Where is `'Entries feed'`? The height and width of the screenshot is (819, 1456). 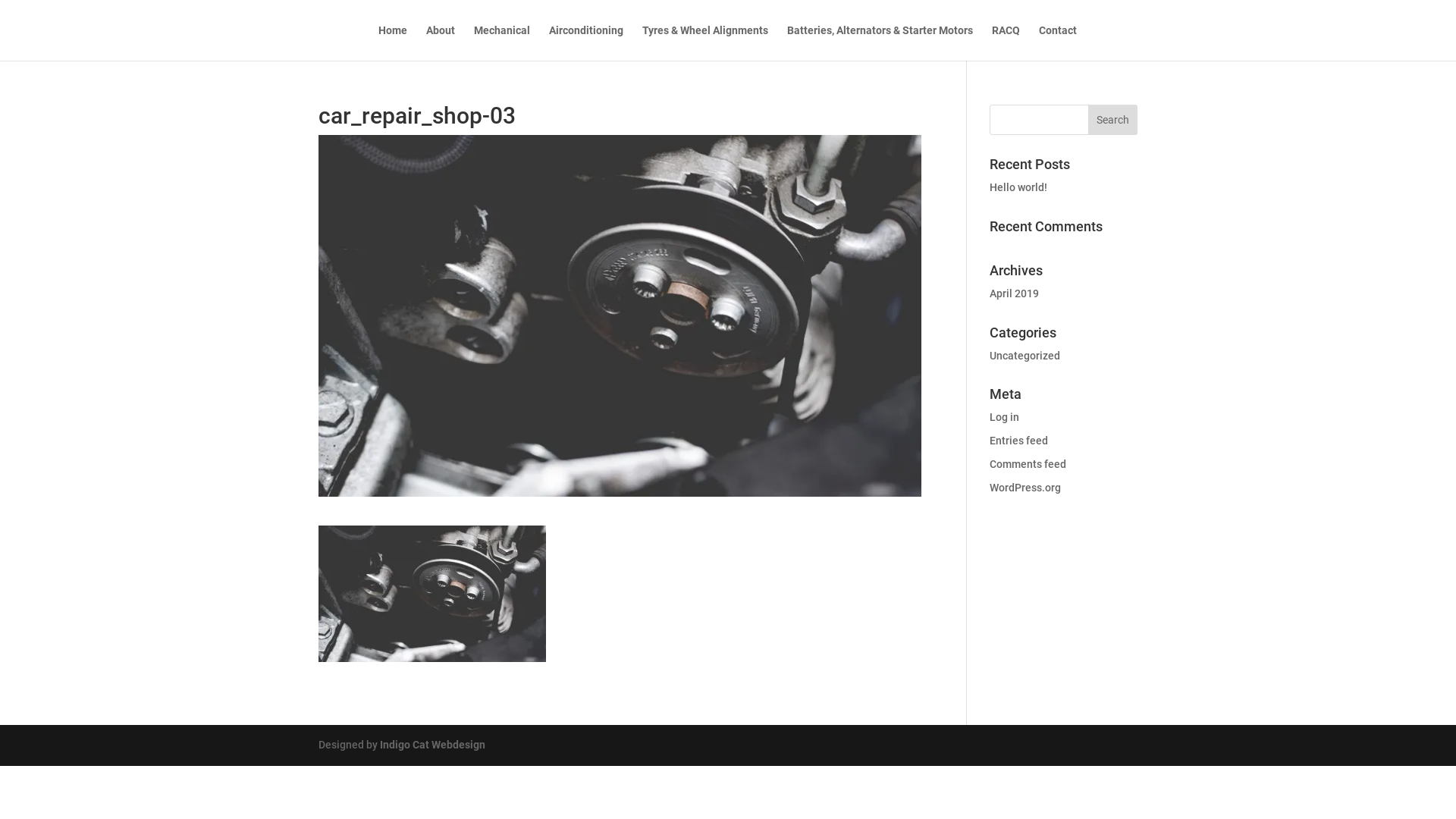
'Entries feed' is located at coordinates (1018, 441).